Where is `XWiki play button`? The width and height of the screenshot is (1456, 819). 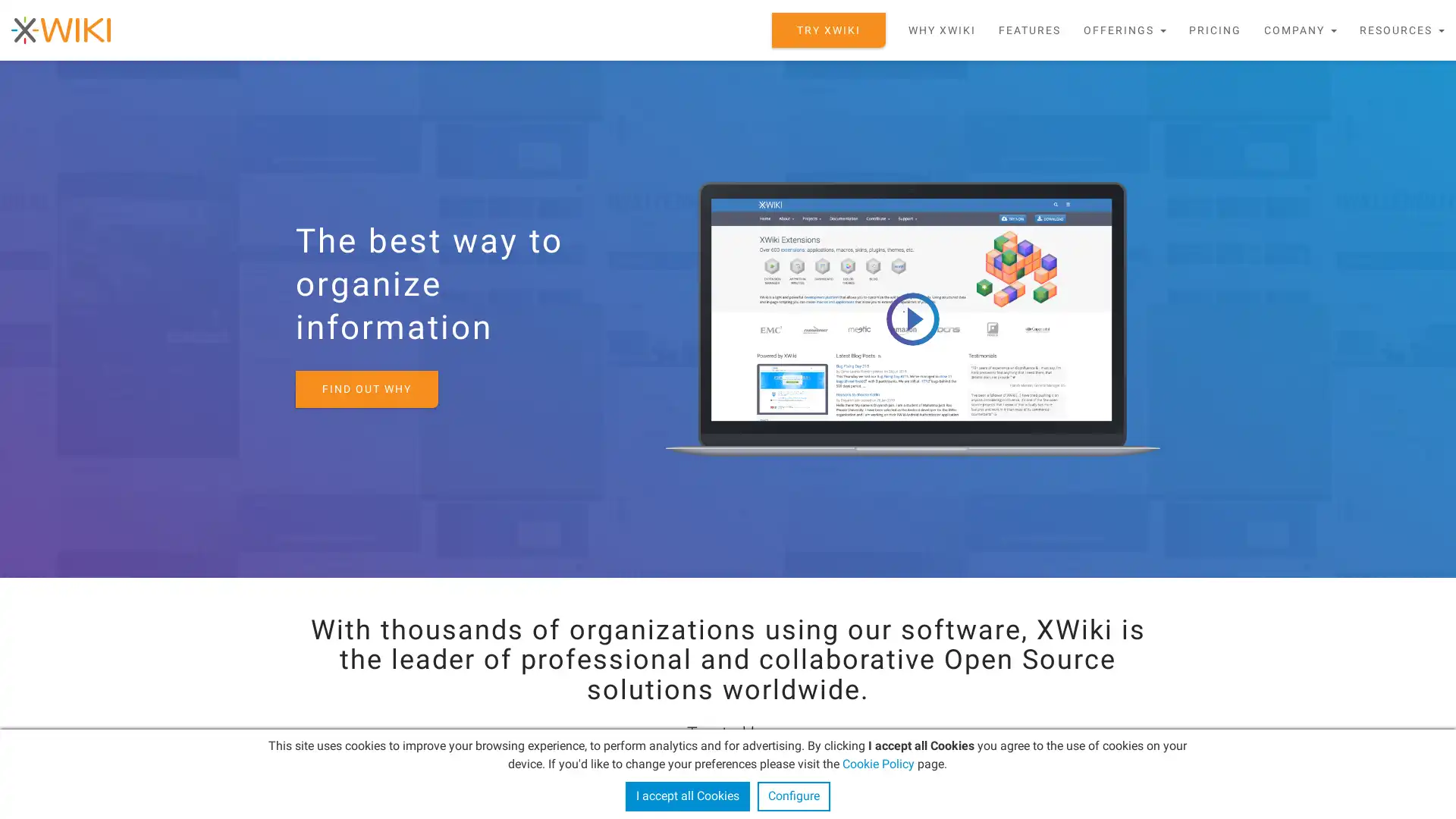 XWiki play button is located at coordinates (912, 318).